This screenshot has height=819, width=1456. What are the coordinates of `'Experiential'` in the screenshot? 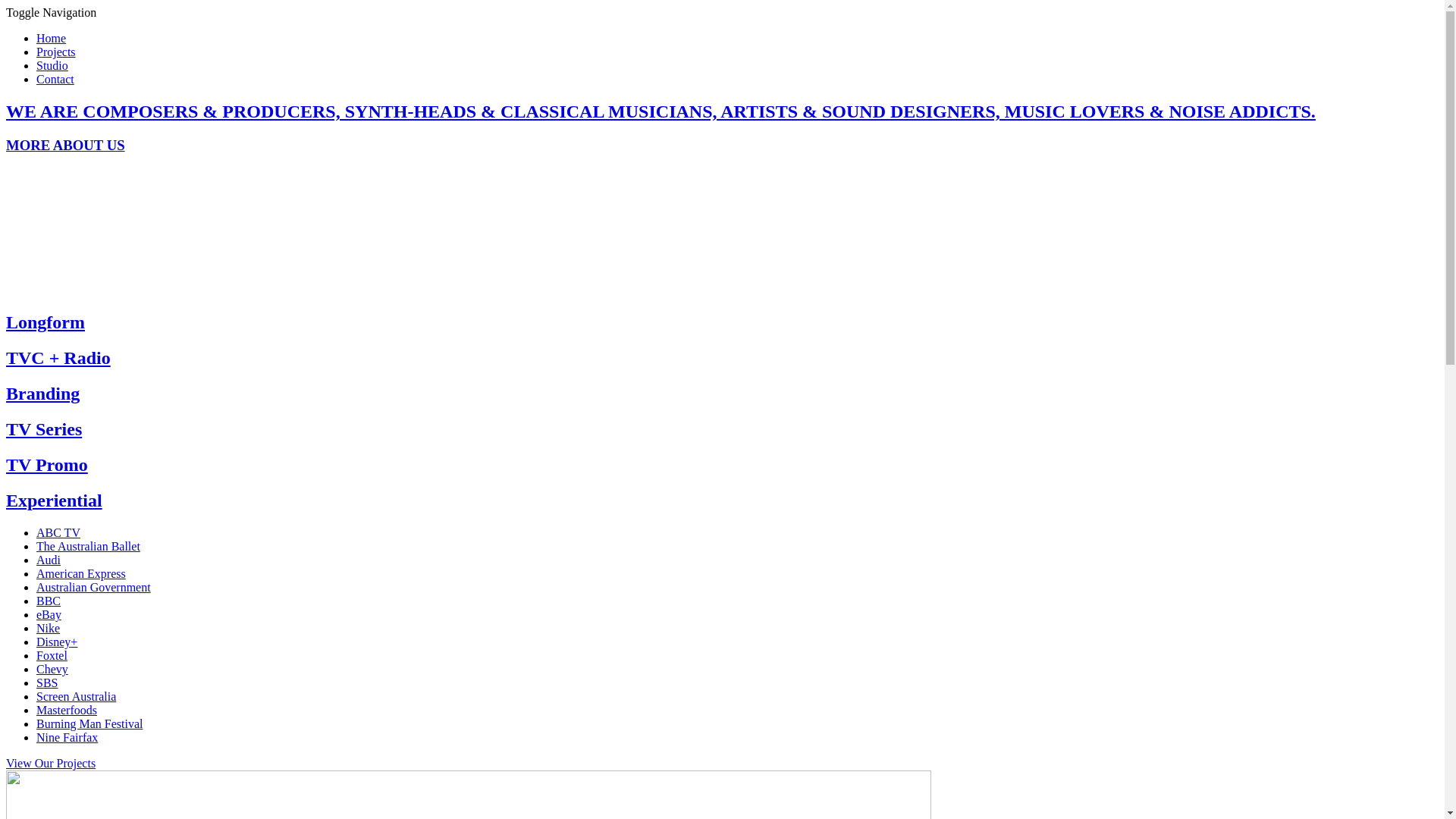 It's located at (54, 500).